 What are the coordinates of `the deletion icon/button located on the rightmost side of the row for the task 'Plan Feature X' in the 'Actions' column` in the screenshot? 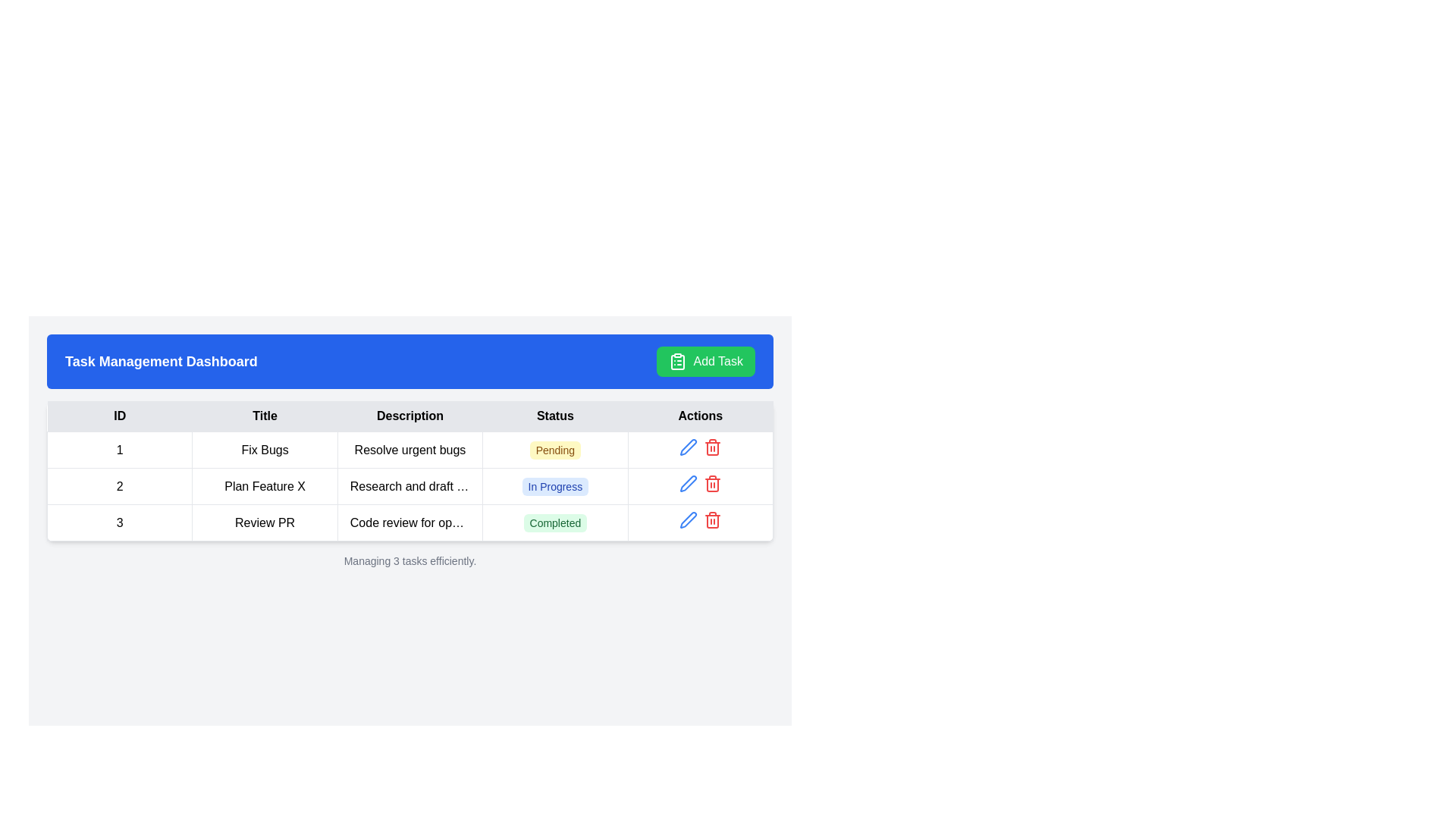 It's located at (711, 519).